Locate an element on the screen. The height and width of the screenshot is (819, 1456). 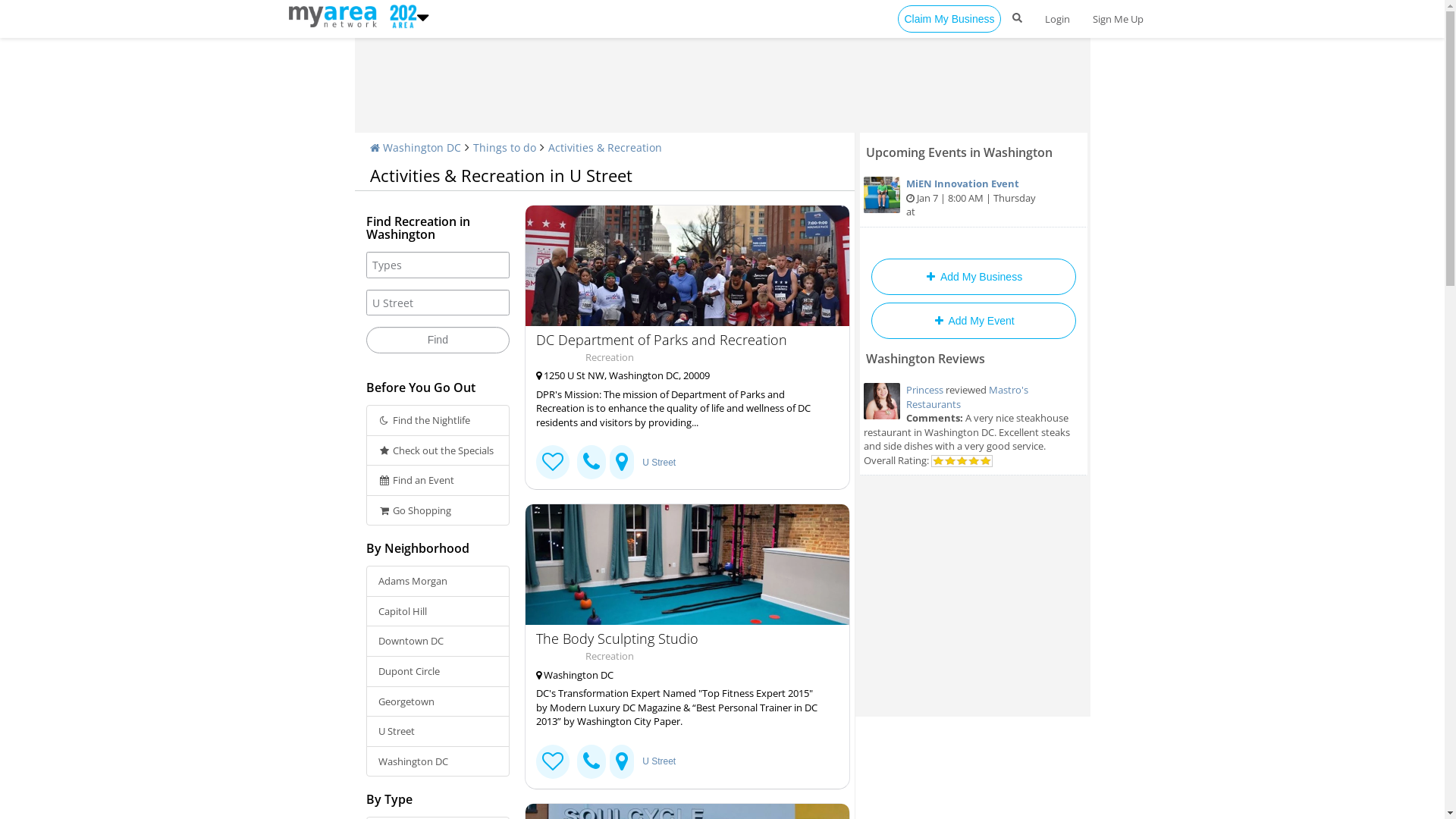
'Business Location' is located at coordinates (622, 761).